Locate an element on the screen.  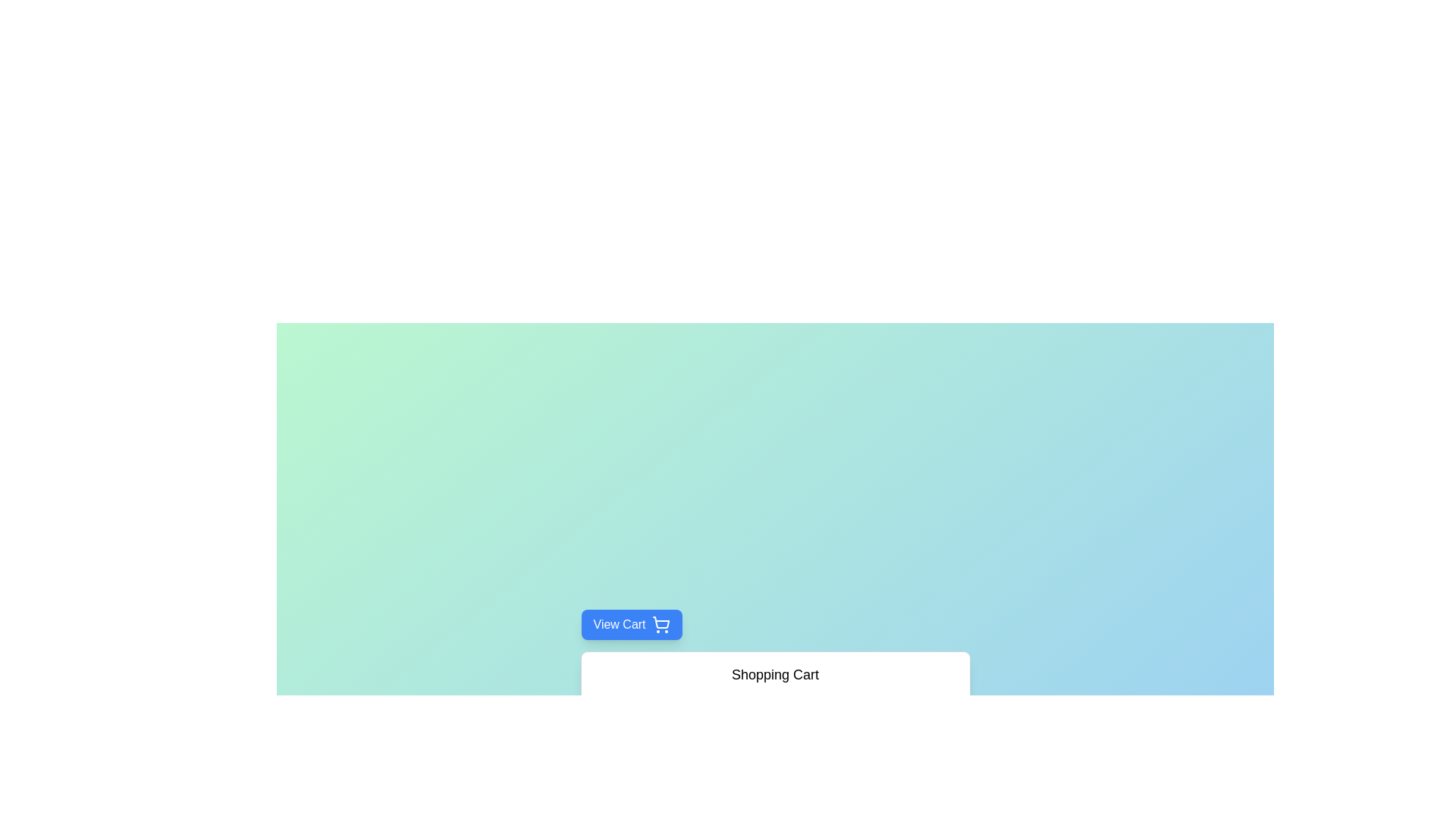
the shopping cart button, which is a blue and white icon located inside the 'View Cart' button is located at coordinates (661, 622).